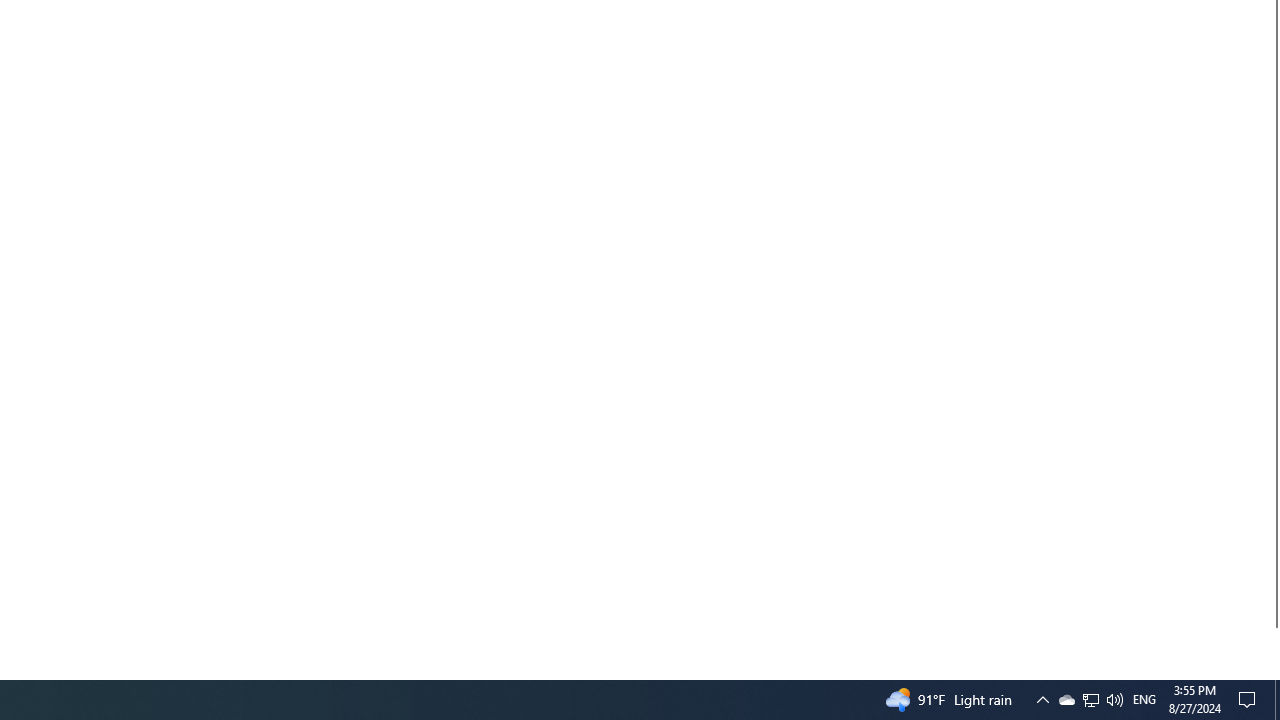 This screenshot has width=1280, height=720. Describe the element at coordinates (1271, 671) in the screenshot. I see `'Vertical Small Increase'` at that location.